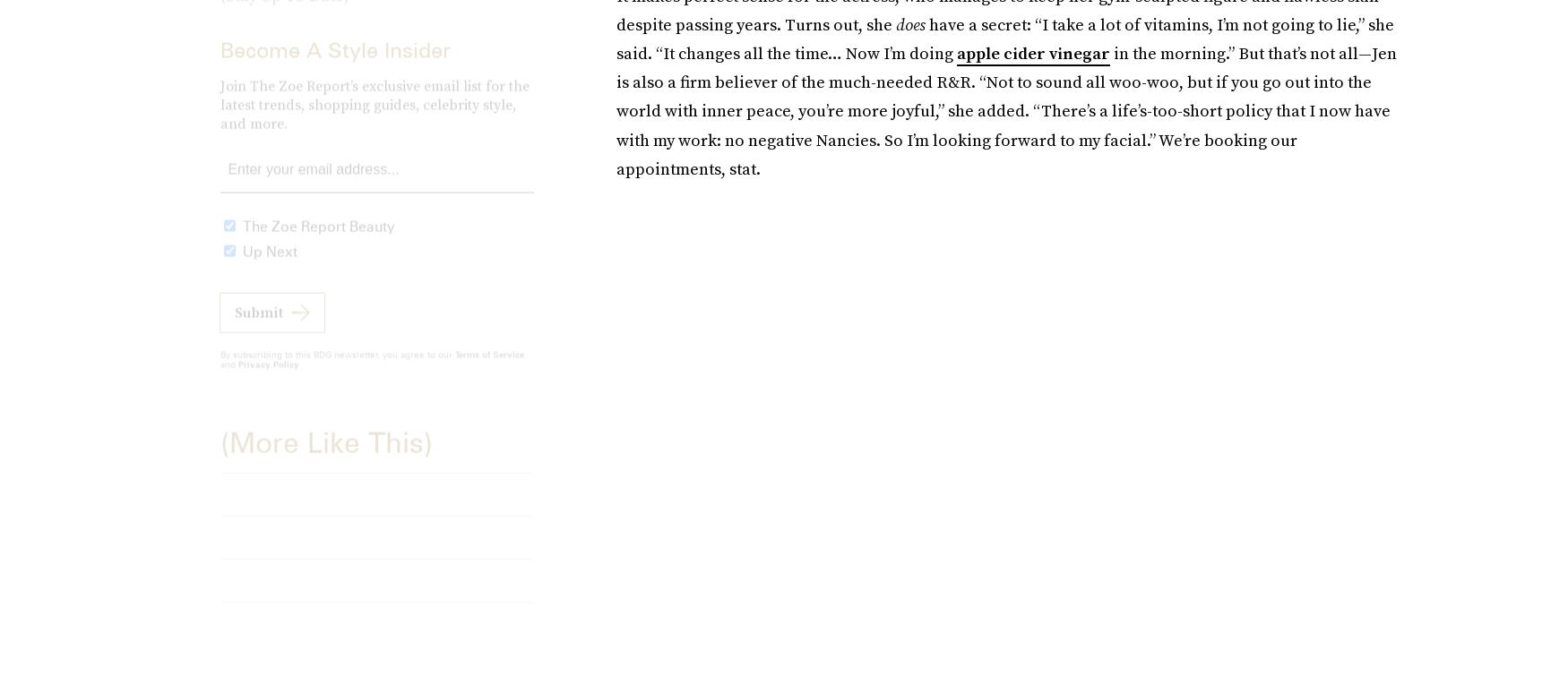  What do you see at coordinates (257, 325) in the screenshot?
I see `'Submit'` at bounding box center [257, 325].